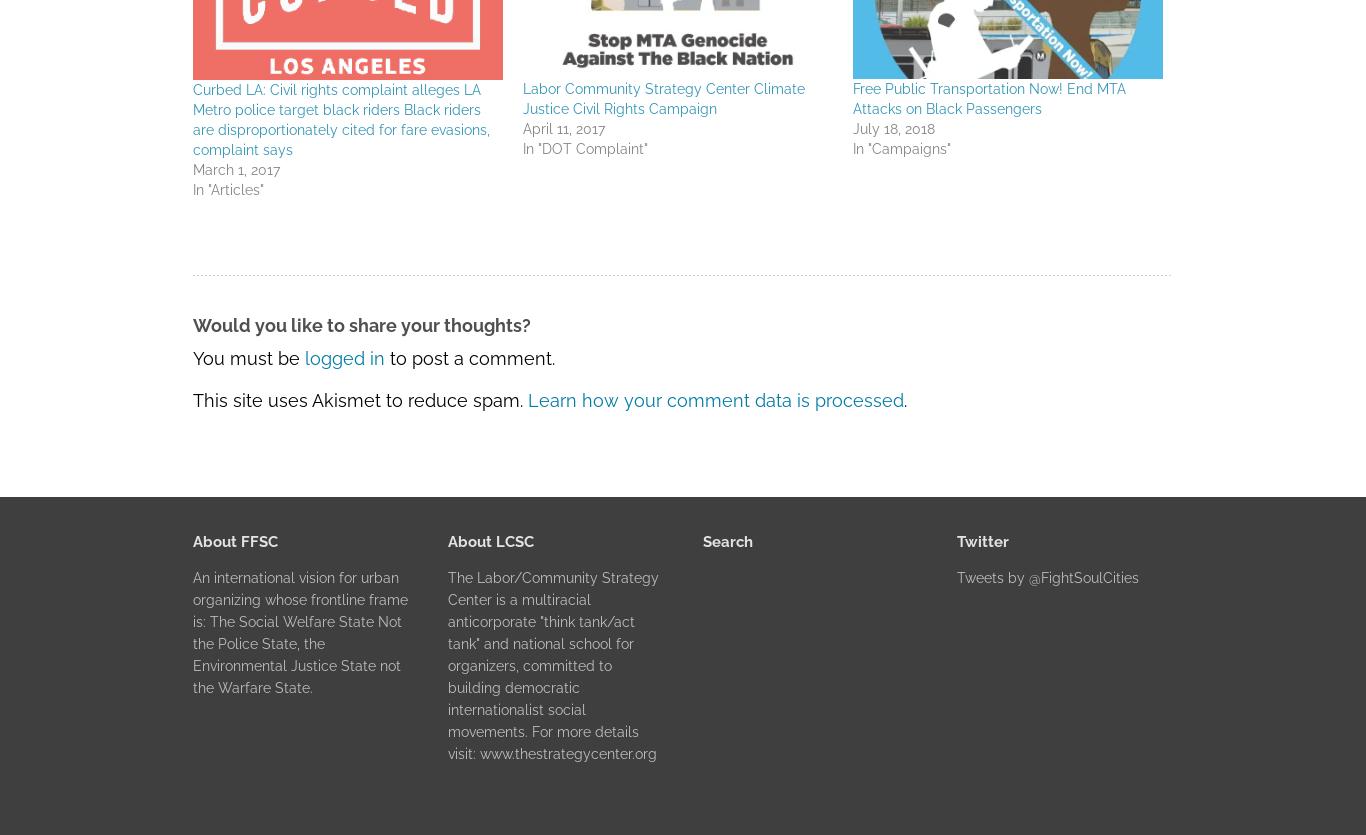 This screenshot has width=1366, height=835. I want to click on 'The Labor/Community Strategy Center is a multiracial anticorporate "think tank/act tank" and national school for organizers, committed to building democratic internationalist social movements.

For more details visit:', so click(552, 663).